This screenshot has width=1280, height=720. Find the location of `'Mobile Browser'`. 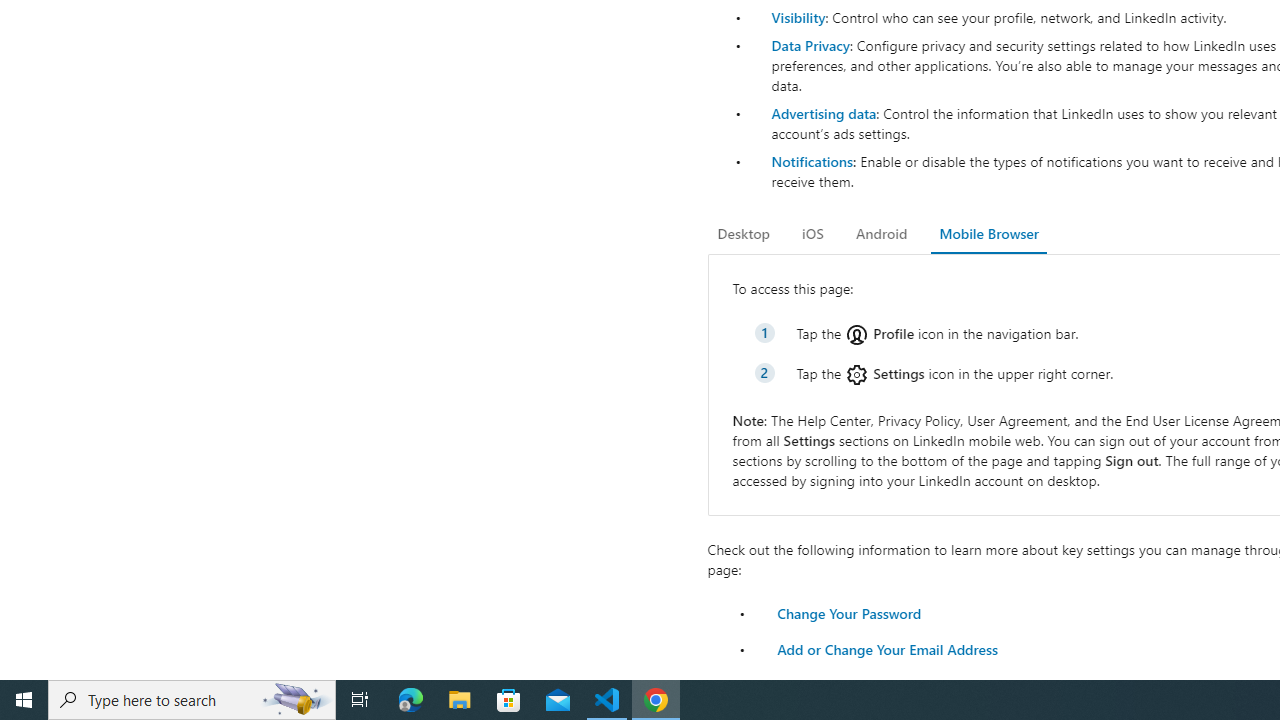

'Mobile Browser' is located at coordinates (988, 233).